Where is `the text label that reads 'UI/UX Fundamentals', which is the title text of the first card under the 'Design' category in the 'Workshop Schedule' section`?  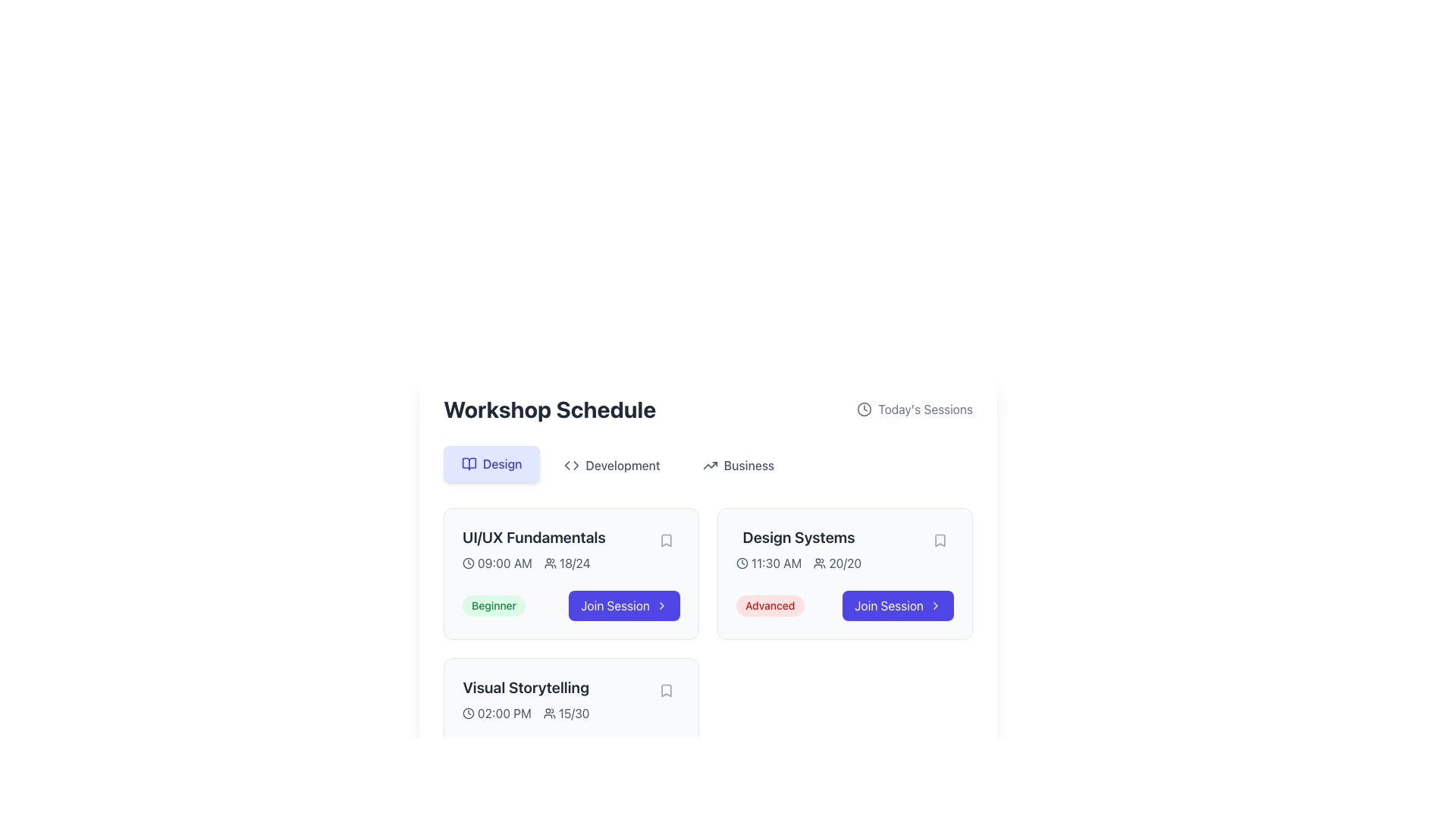
the text label that reads 'UI/UX Fundamentals', which is the title text of the first card under the 'Design' category in the 'Workshop Schedule' section is located at coordinates (534, 537).